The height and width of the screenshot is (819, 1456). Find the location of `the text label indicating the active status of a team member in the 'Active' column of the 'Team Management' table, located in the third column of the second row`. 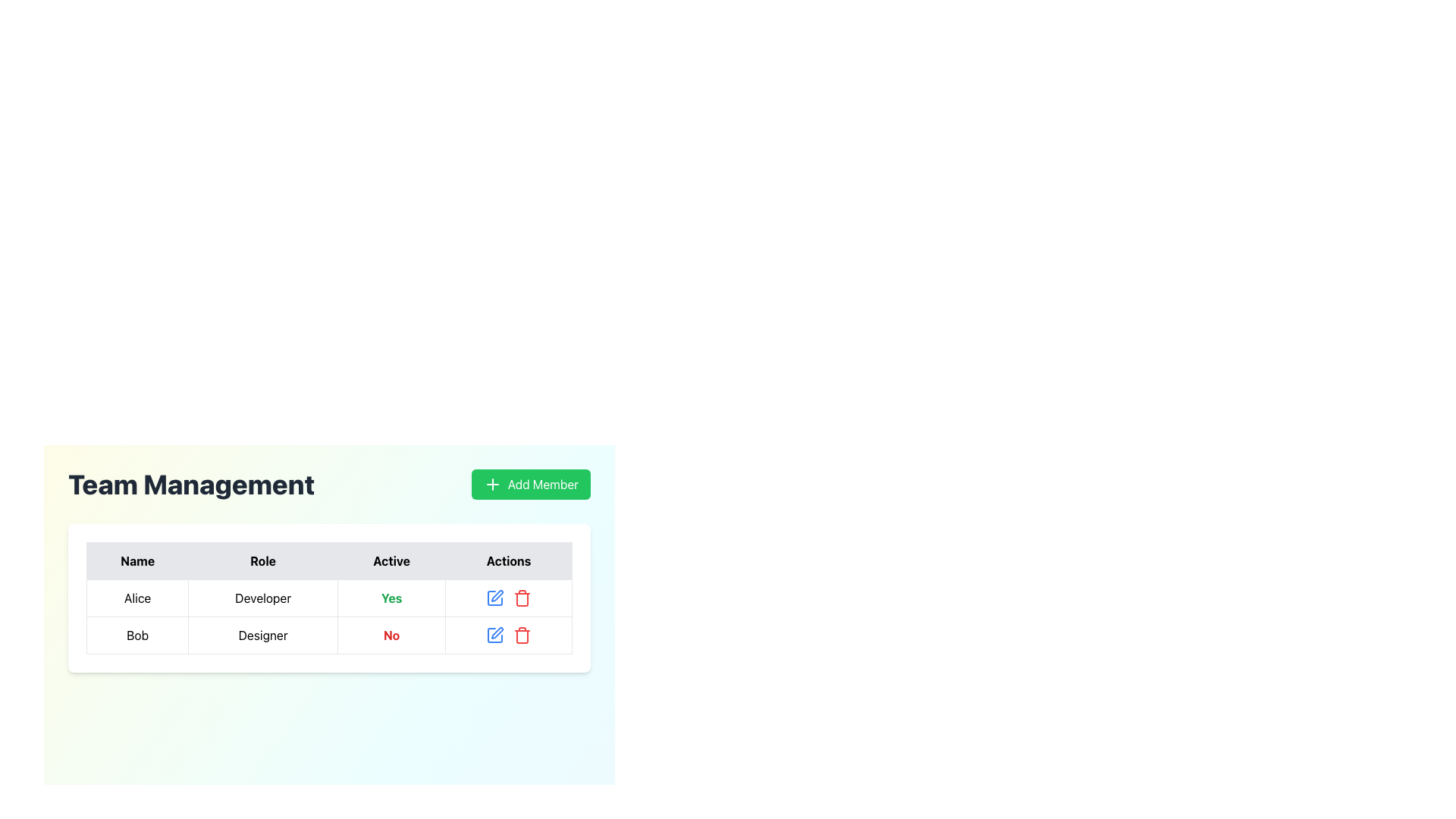

the text label indicating the active status of a team member in the 'Active' column of the 'Team Management' table, located in the third column of the second row is located at coordinates (391, 598).